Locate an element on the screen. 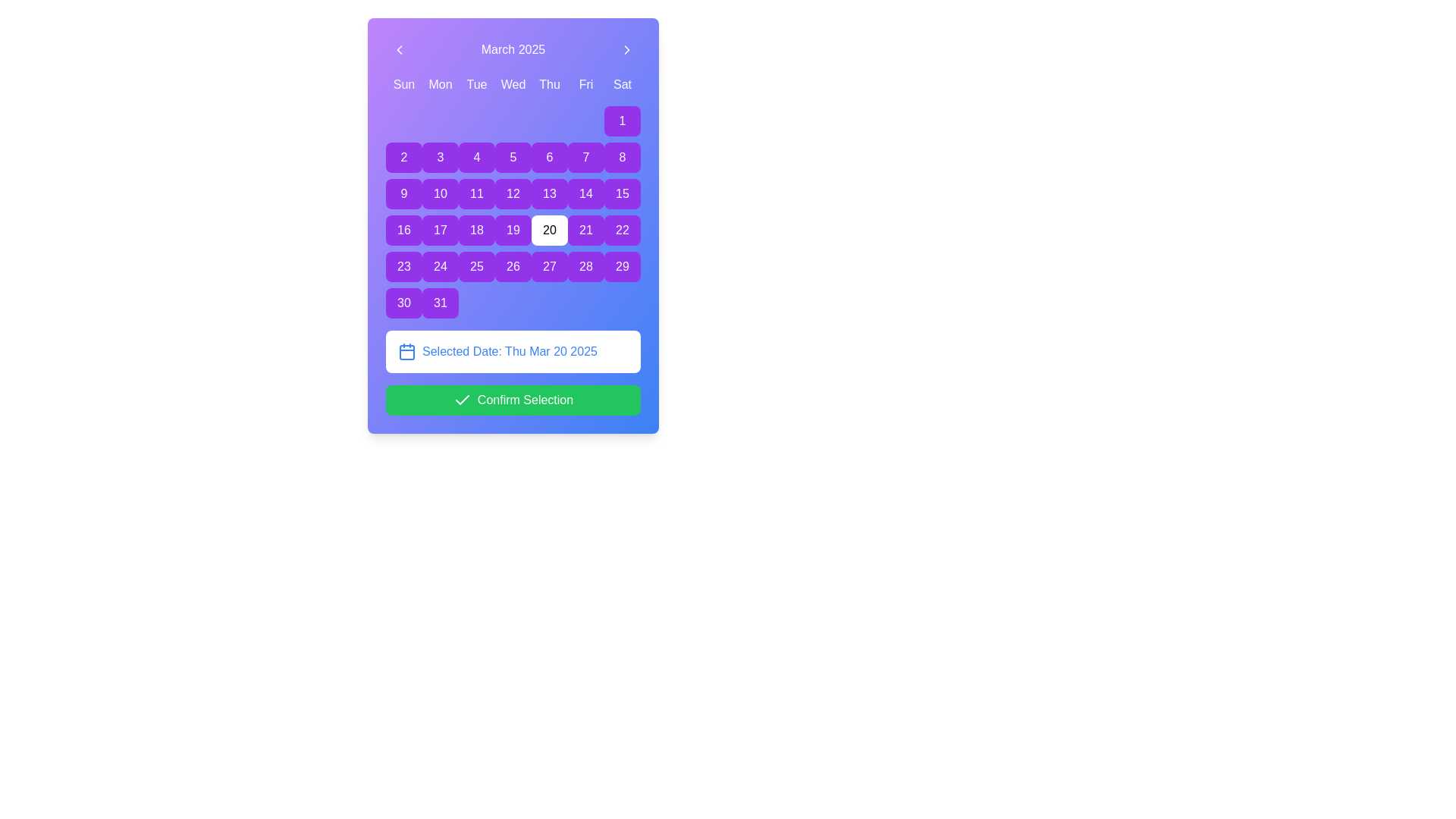  the calendar icon located to the left of the text 'Selected Date: Thu Mar 20 2025' is located at coordinates (407, 351).